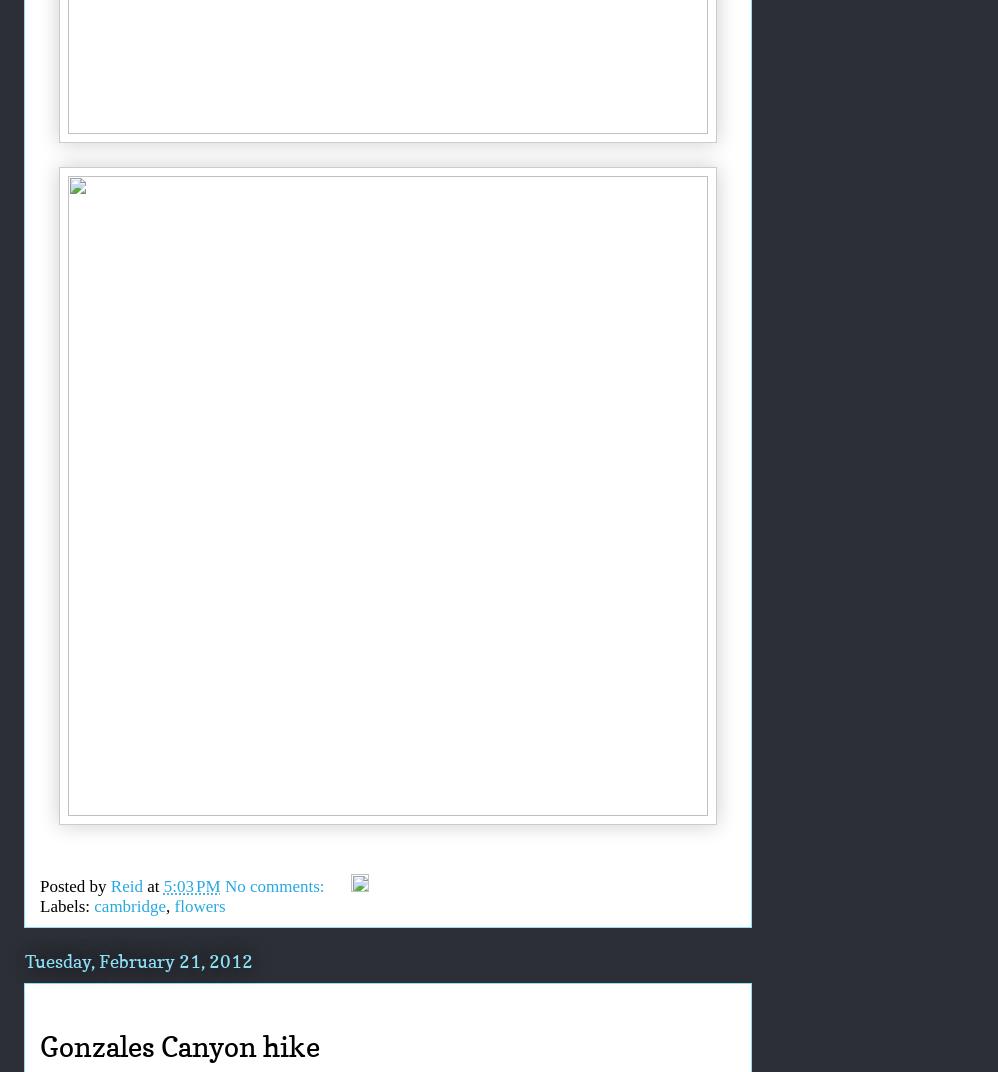  What do you see at coordinates (40, 1047) in the screenshot?
I see `'Gonzales Canyon hike'` at bounding box center [40, 1047].